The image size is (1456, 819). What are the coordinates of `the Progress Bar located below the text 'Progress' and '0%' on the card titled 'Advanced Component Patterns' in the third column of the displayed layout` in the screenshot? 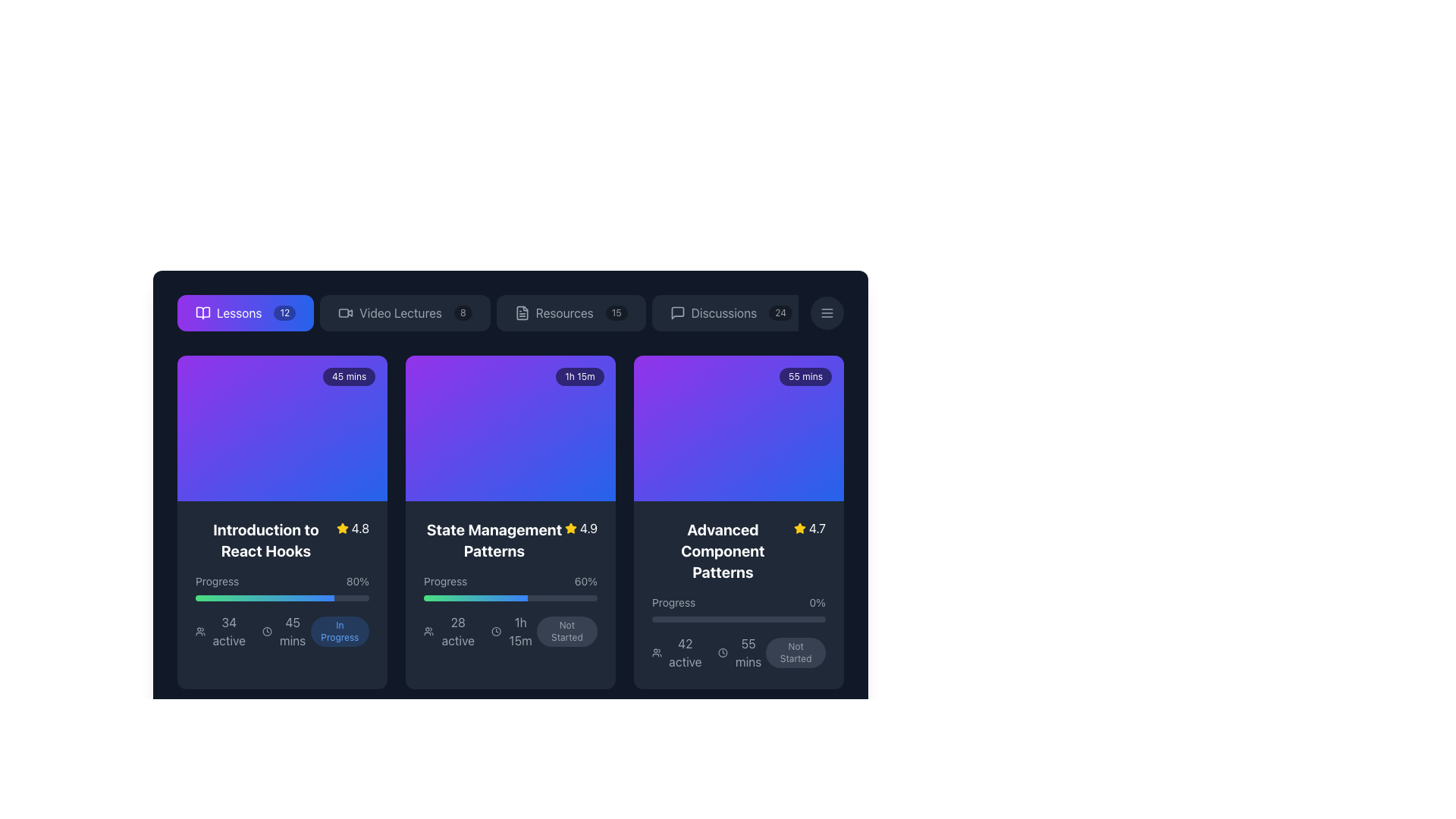 It's located at (739, 620).